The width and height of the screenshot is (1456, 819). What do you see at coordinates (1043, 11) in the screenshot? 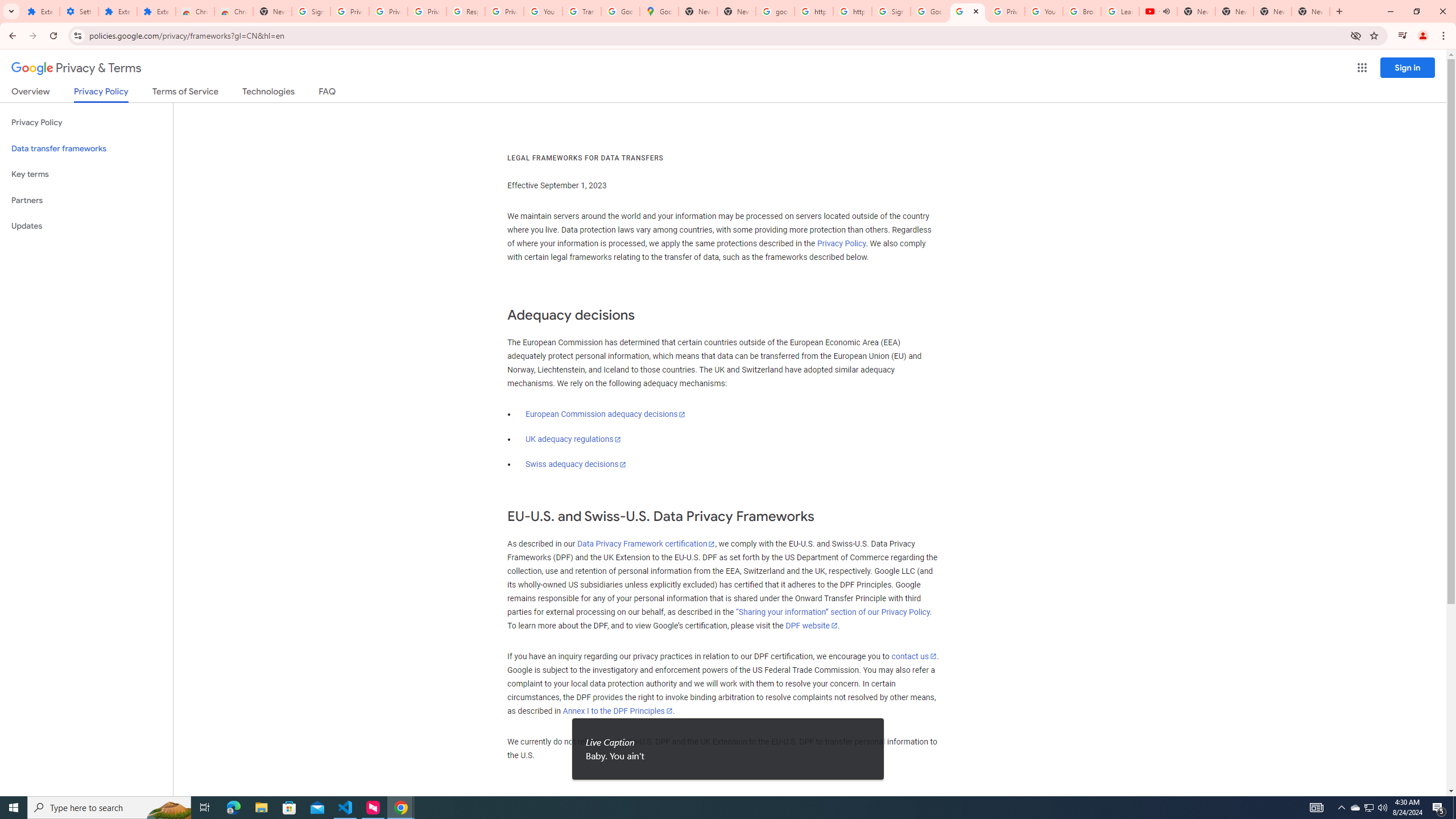
I see `'YouTube'` at bounding box center [1043, 11].